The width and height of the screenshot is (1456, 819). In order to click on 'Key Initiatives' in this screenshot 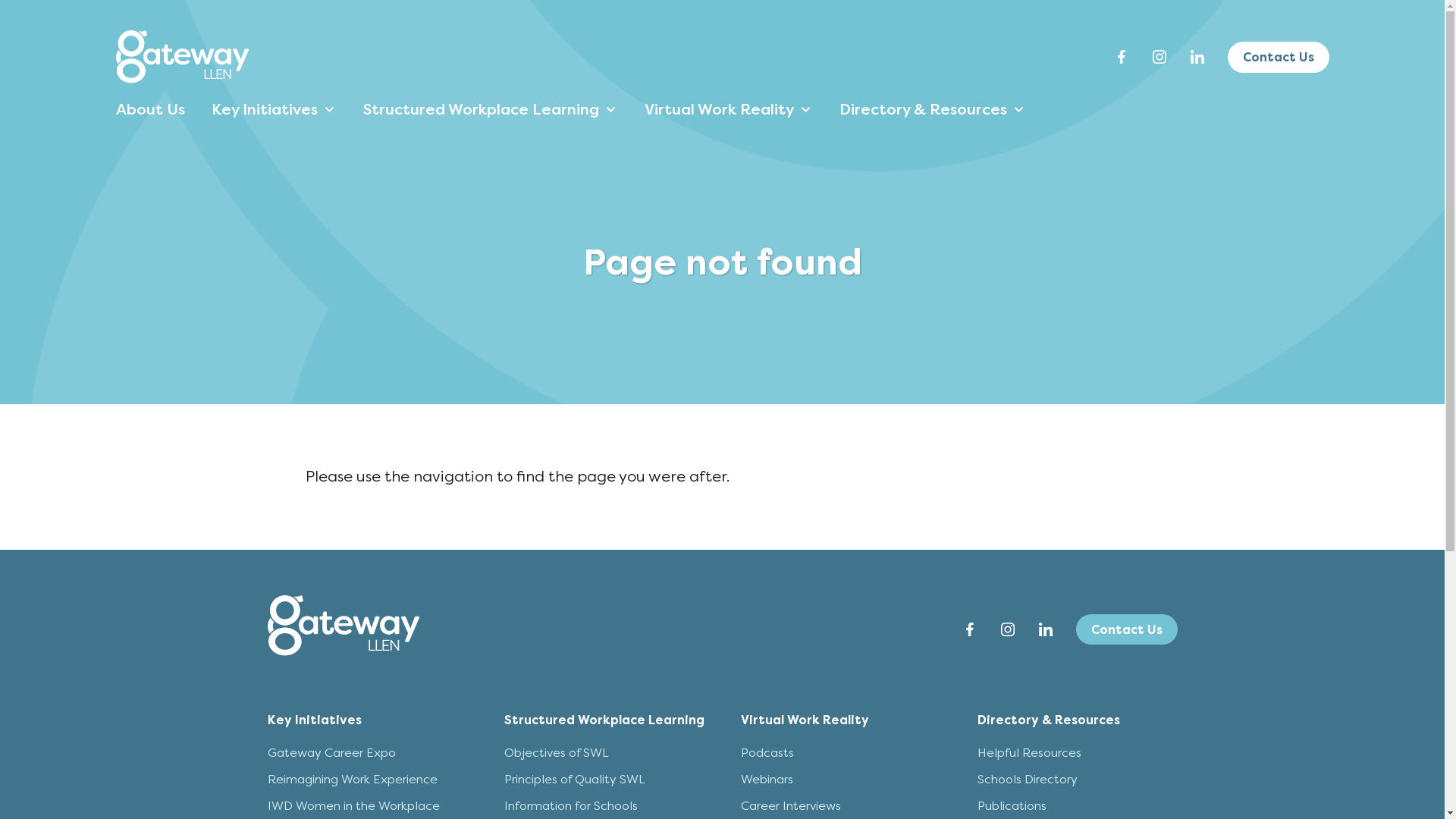, I will do `click(312, 719)`.